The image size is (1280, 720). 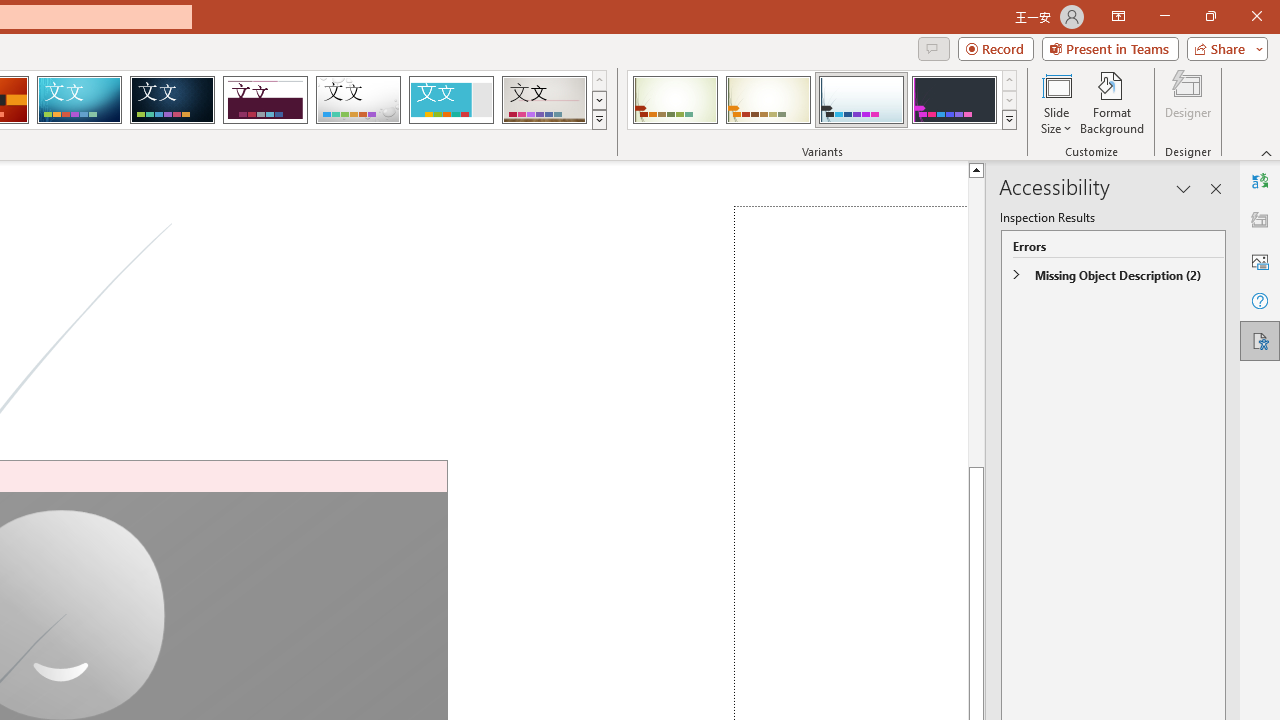 What do you see at coordinates (861, 100) in the screenshot?
I see `'Wisp Variant 3'` at bounding box center [861, 100].